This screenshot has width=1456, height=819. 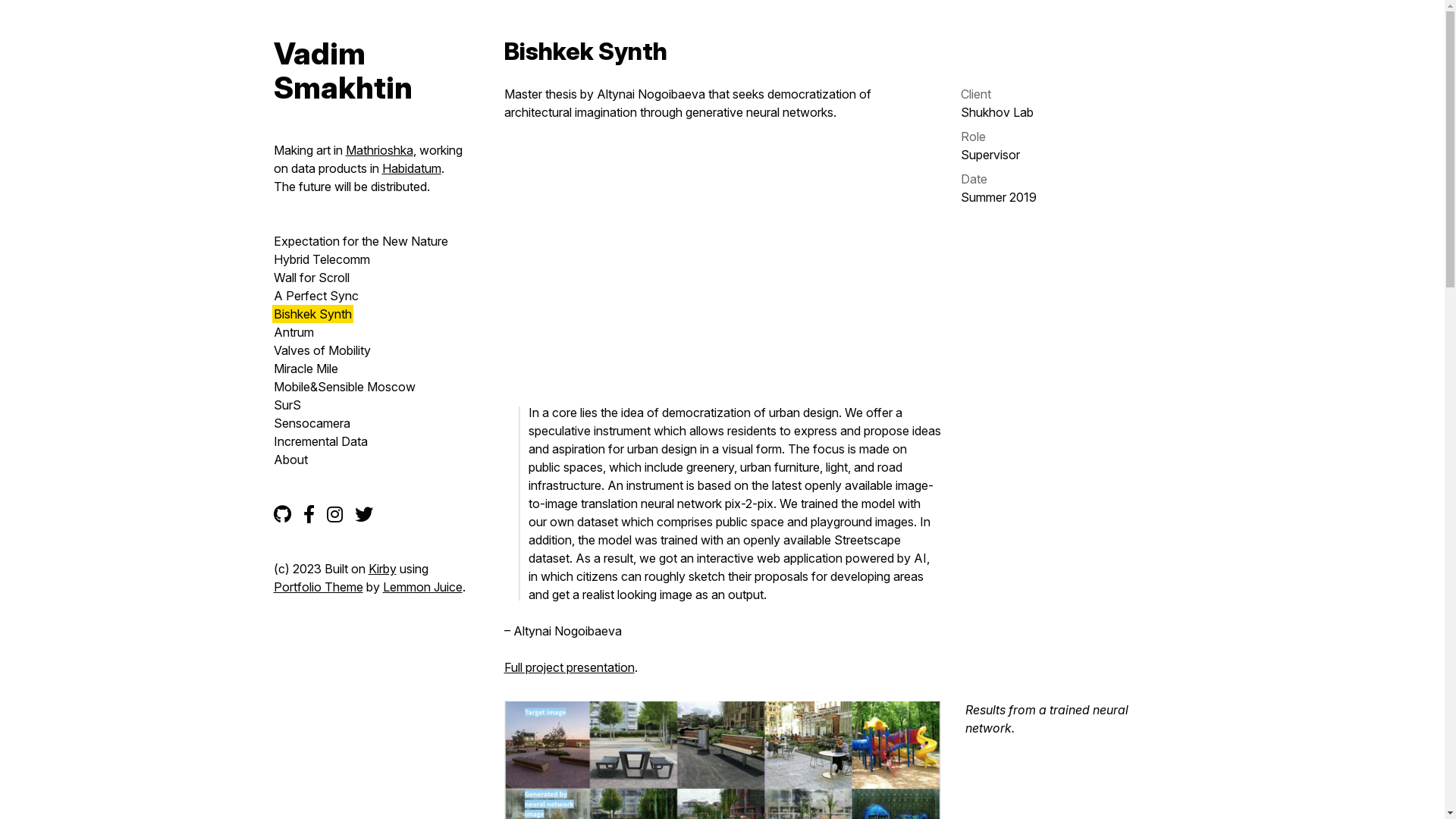 What do you see at coordinates (411, 168) in the screenshot?
I see `'Habidatum'` at bounding box center [411, 168].